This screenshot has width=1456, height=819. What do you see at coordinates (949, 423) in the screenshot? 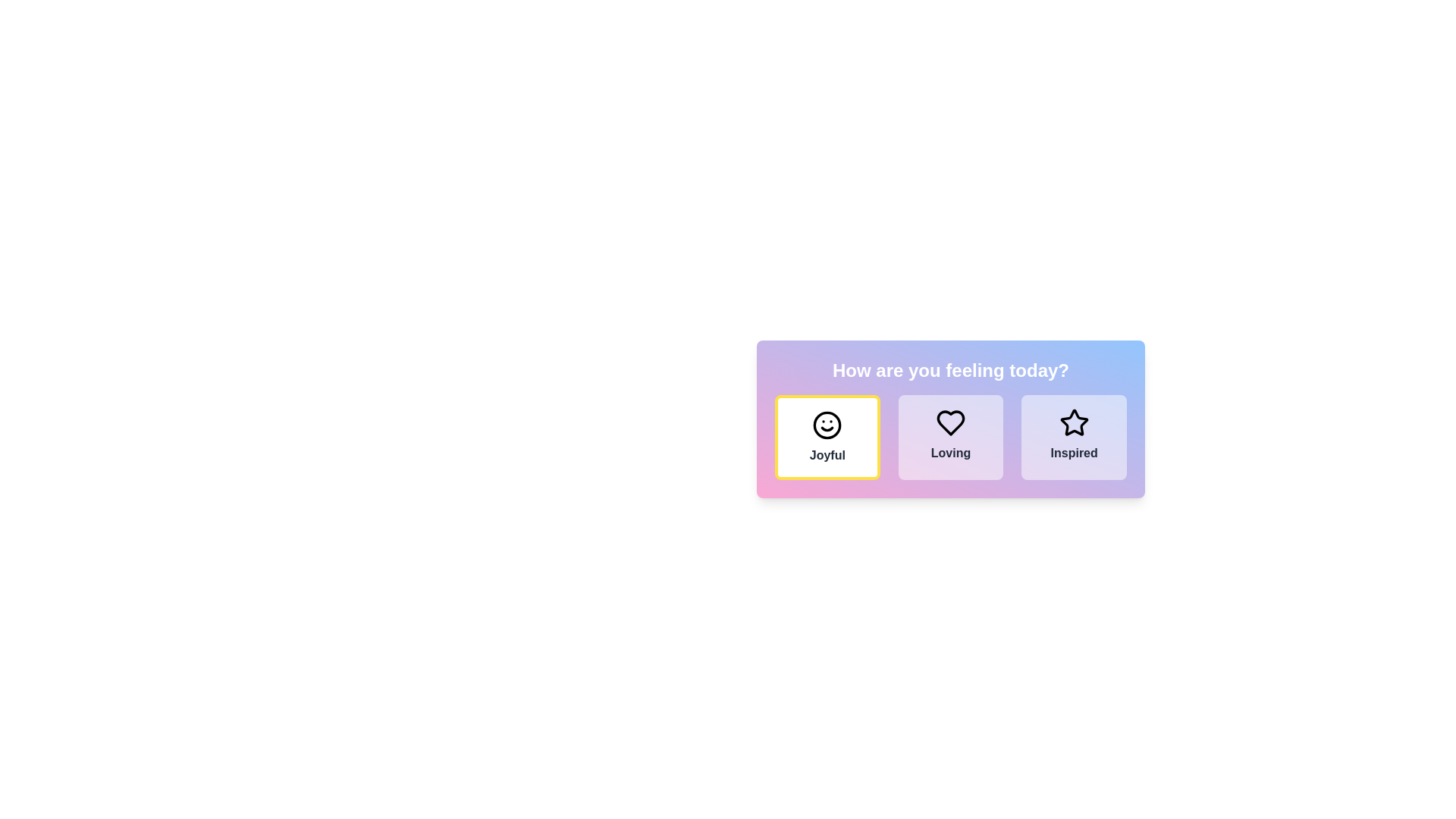
I see `the central Icon Button that conveys the emotion 'Loving'` at bounding box center [949, 423].